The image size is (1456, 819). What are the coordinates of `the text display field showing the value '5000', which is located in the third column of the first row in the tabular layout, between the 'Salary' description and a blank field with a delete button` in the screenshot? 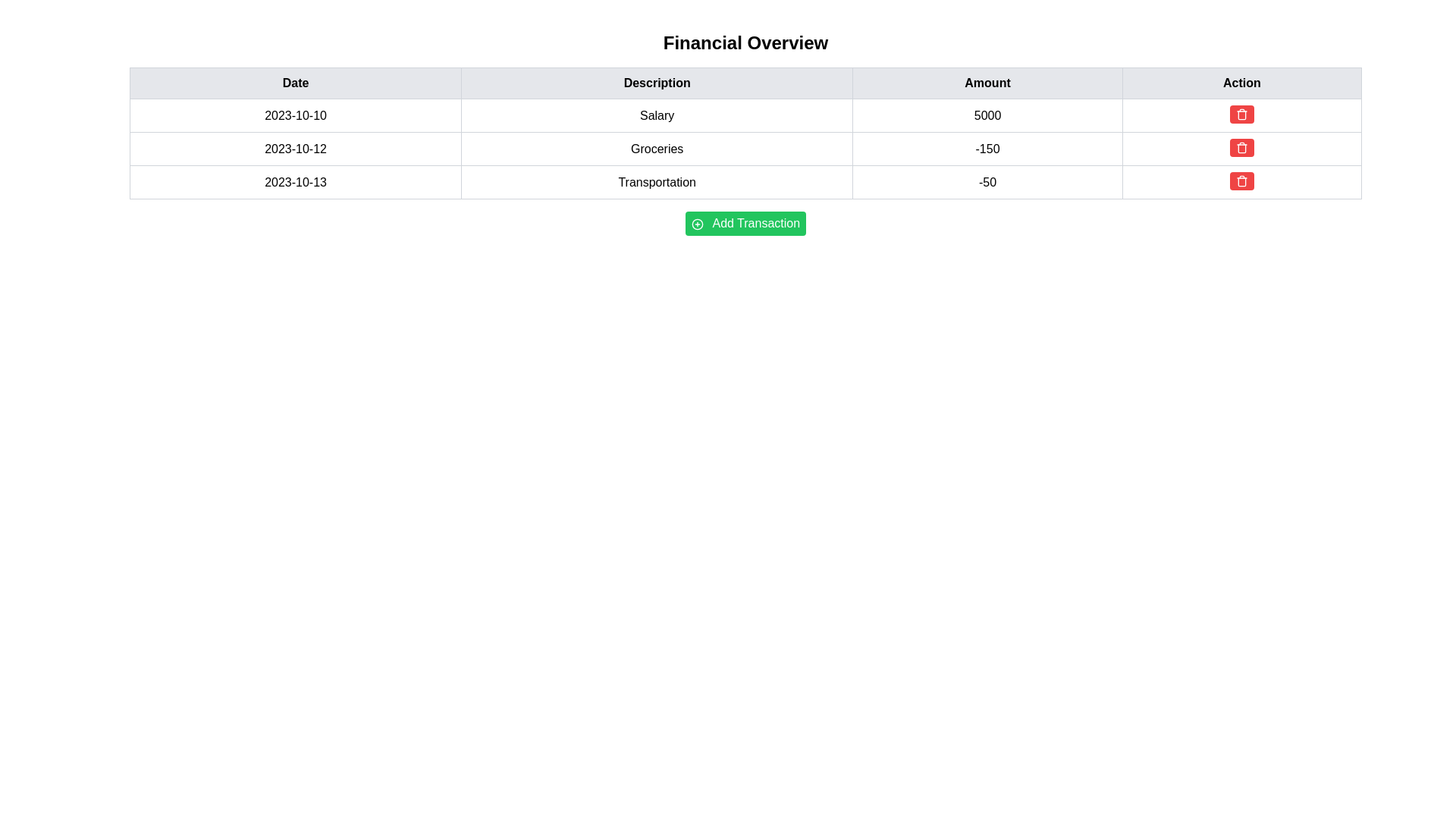 It's located at (987, 115).